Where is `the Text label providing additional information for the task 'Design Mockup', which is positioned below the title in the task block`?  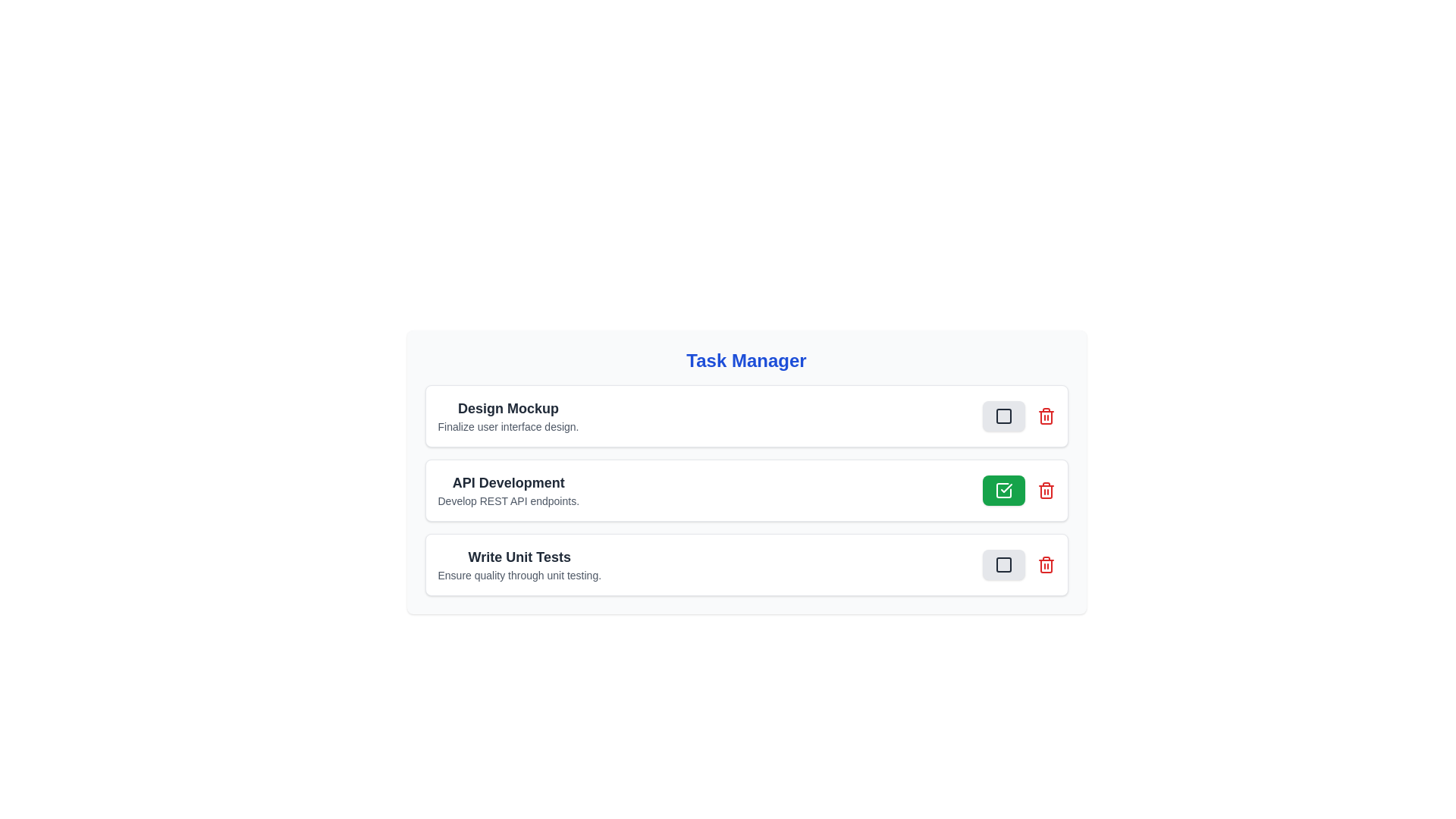 the Text label providing additional information for the task 'Design Mockup', which is positioned below the title in the task block is located at coordinates (508, 427).